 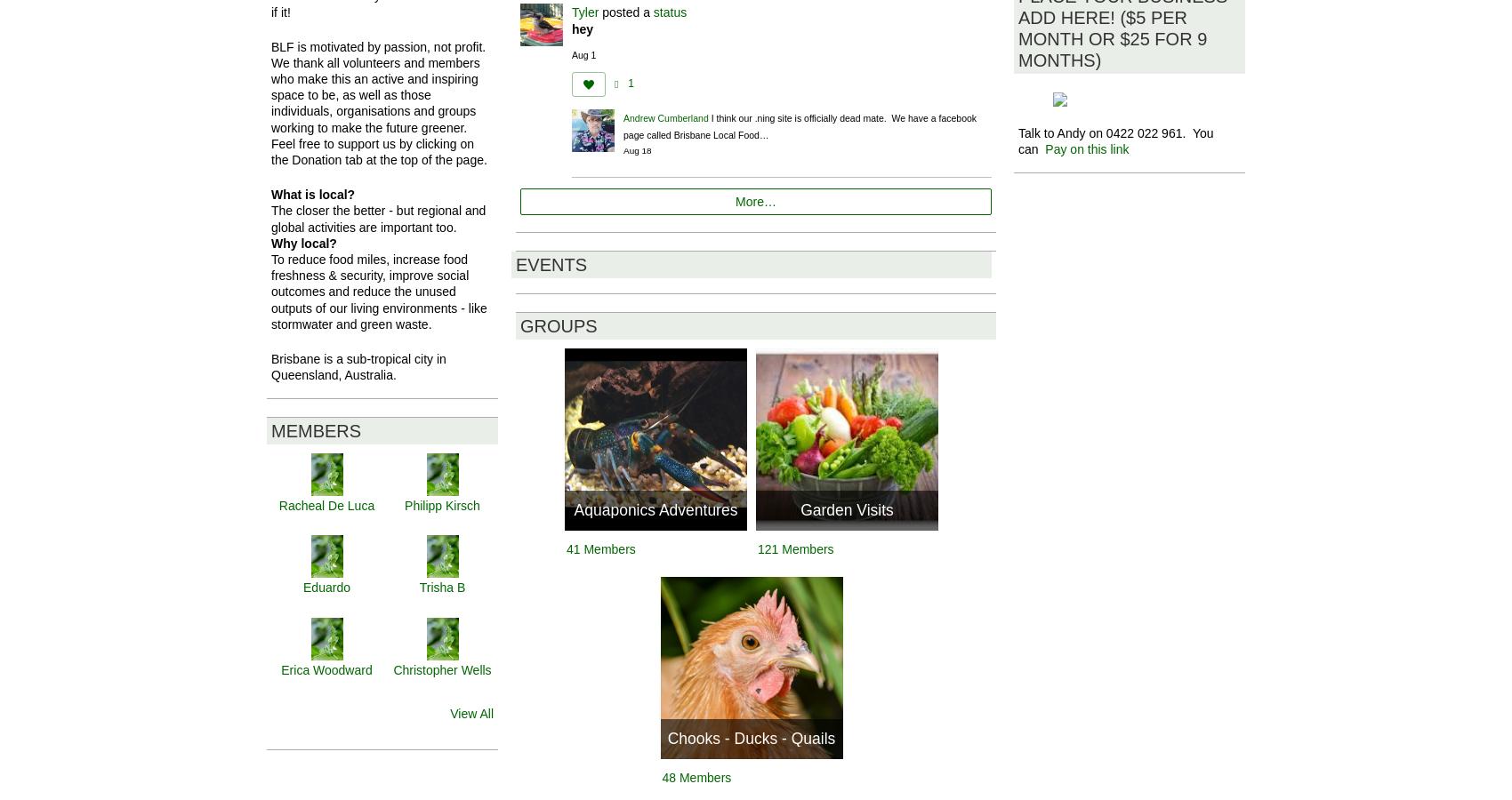 I want to click on 'Aquaponics Adventures', so click(x=573, y=509).